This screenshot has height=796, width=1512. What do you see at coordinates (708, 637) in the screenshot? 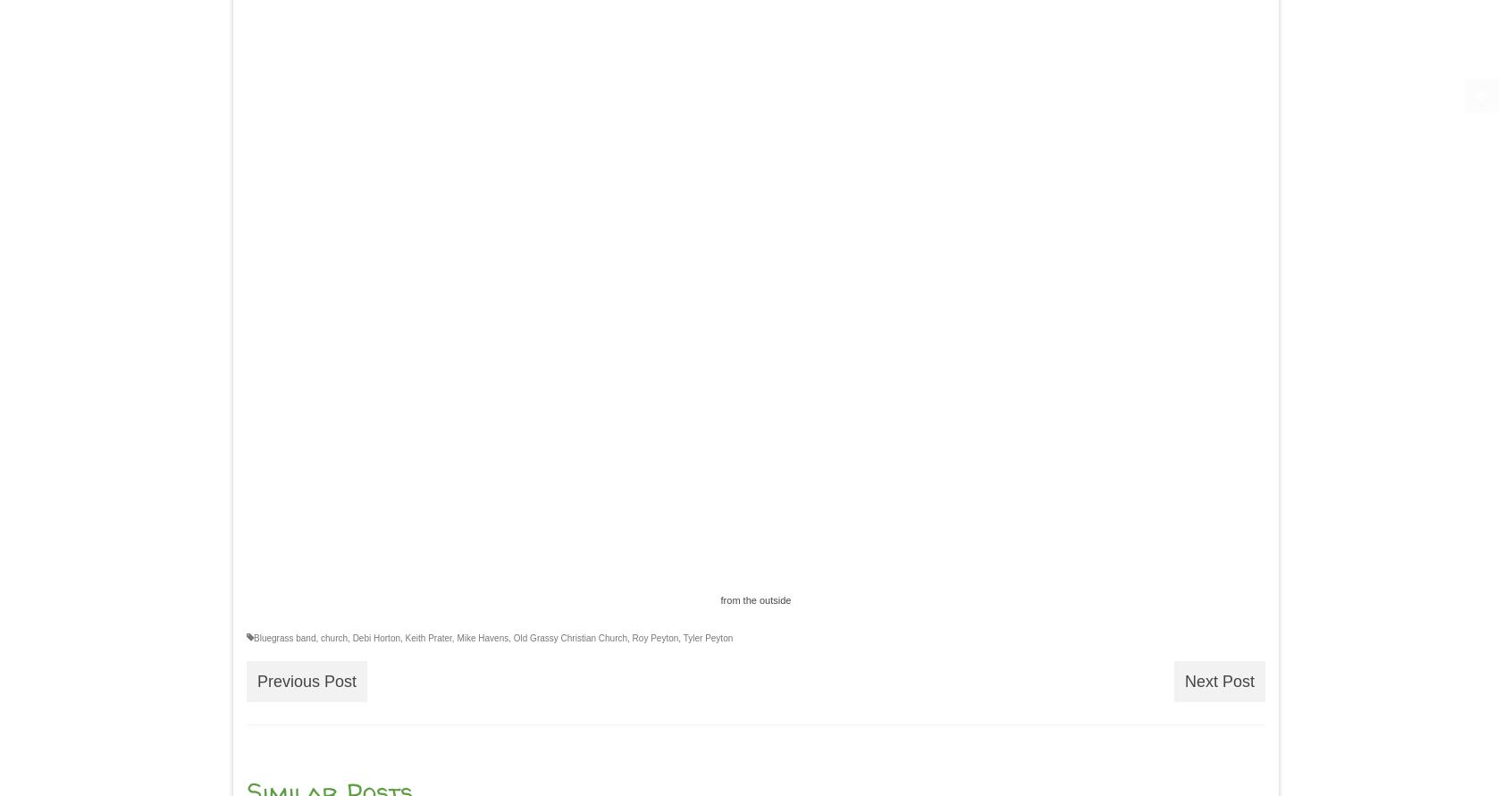
I see `'Tyler Peyton'` at bounding box center [708, 637].